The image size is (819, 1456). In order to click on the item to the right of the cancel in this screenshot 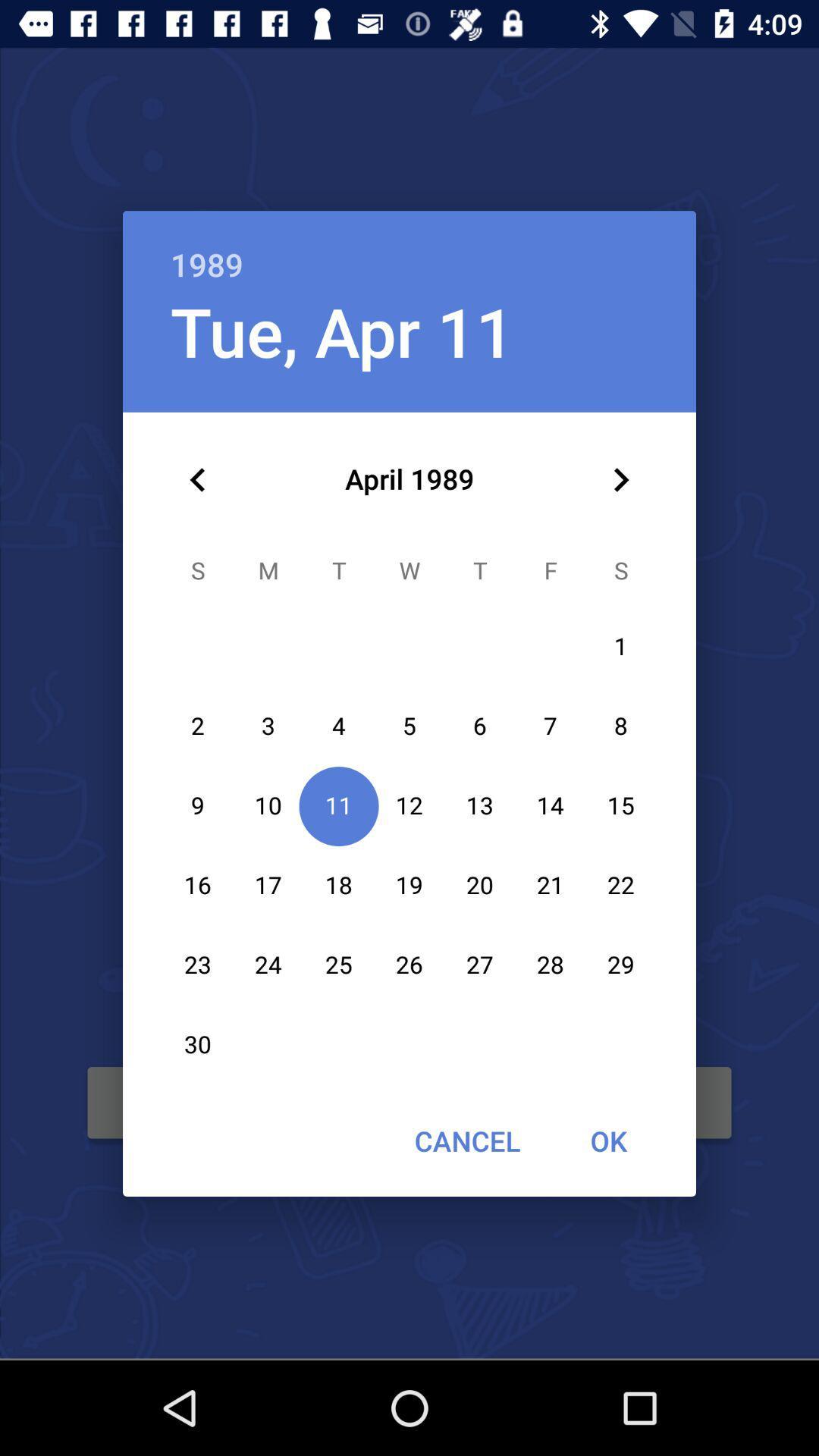, I will do `click(607, 1141)`.